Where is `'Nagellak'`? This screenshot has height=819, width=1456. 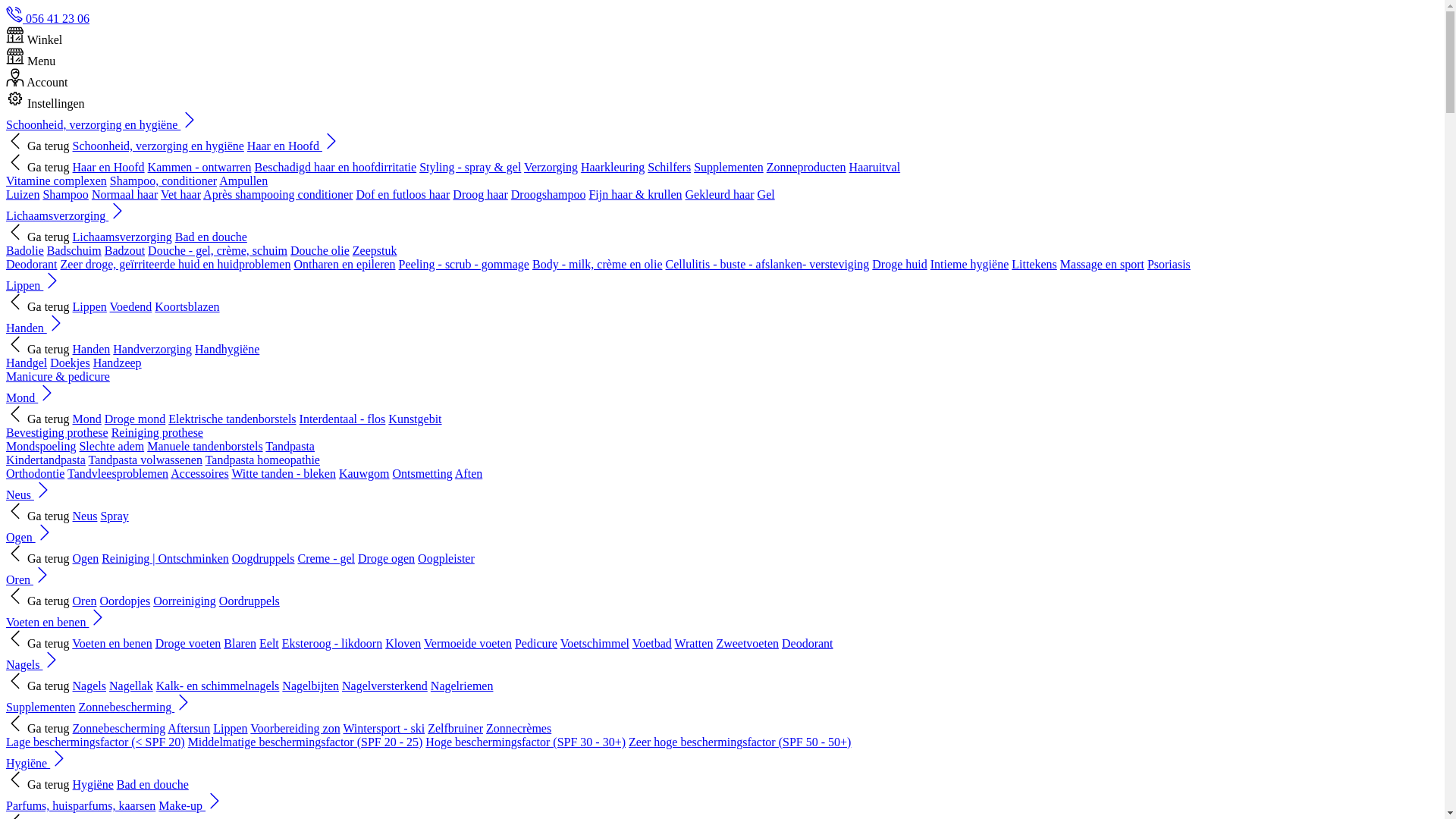
'Nagellak' is located at coordinates (130, 686).